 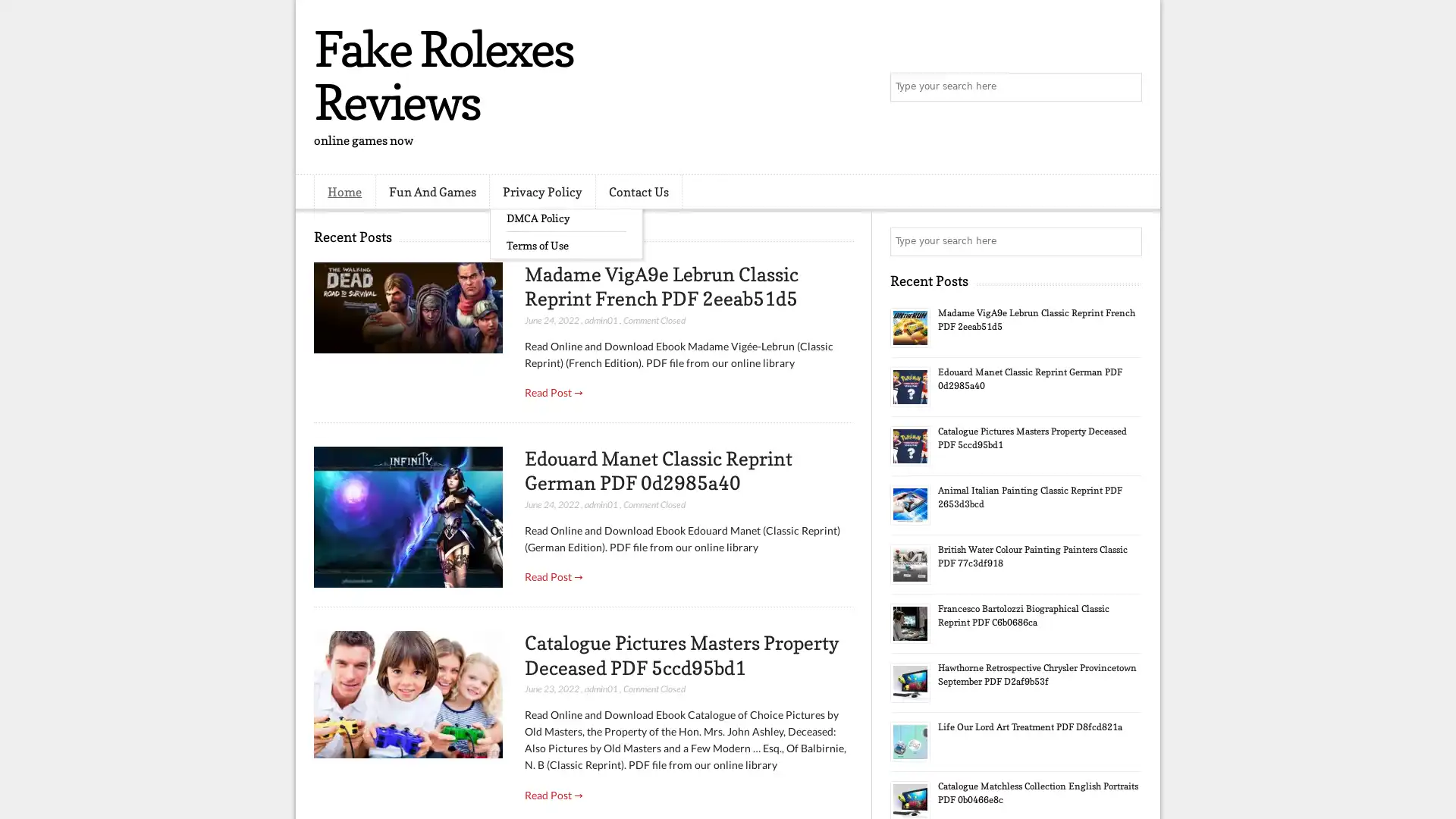 I want to click on Search, so click(x=1126, y=87).